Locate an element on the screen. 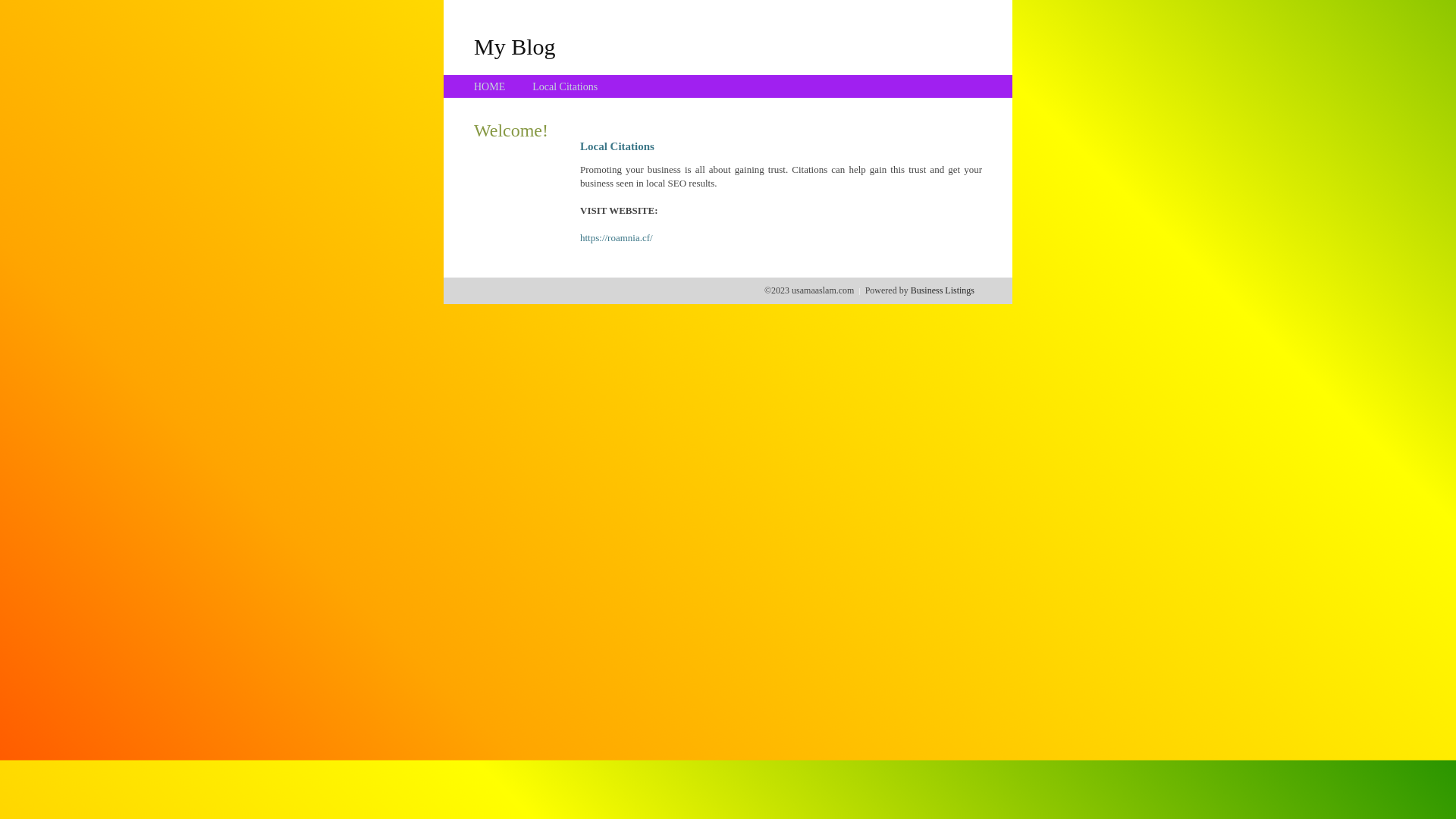  'Business Listings' is located at coordinates (910, 290).